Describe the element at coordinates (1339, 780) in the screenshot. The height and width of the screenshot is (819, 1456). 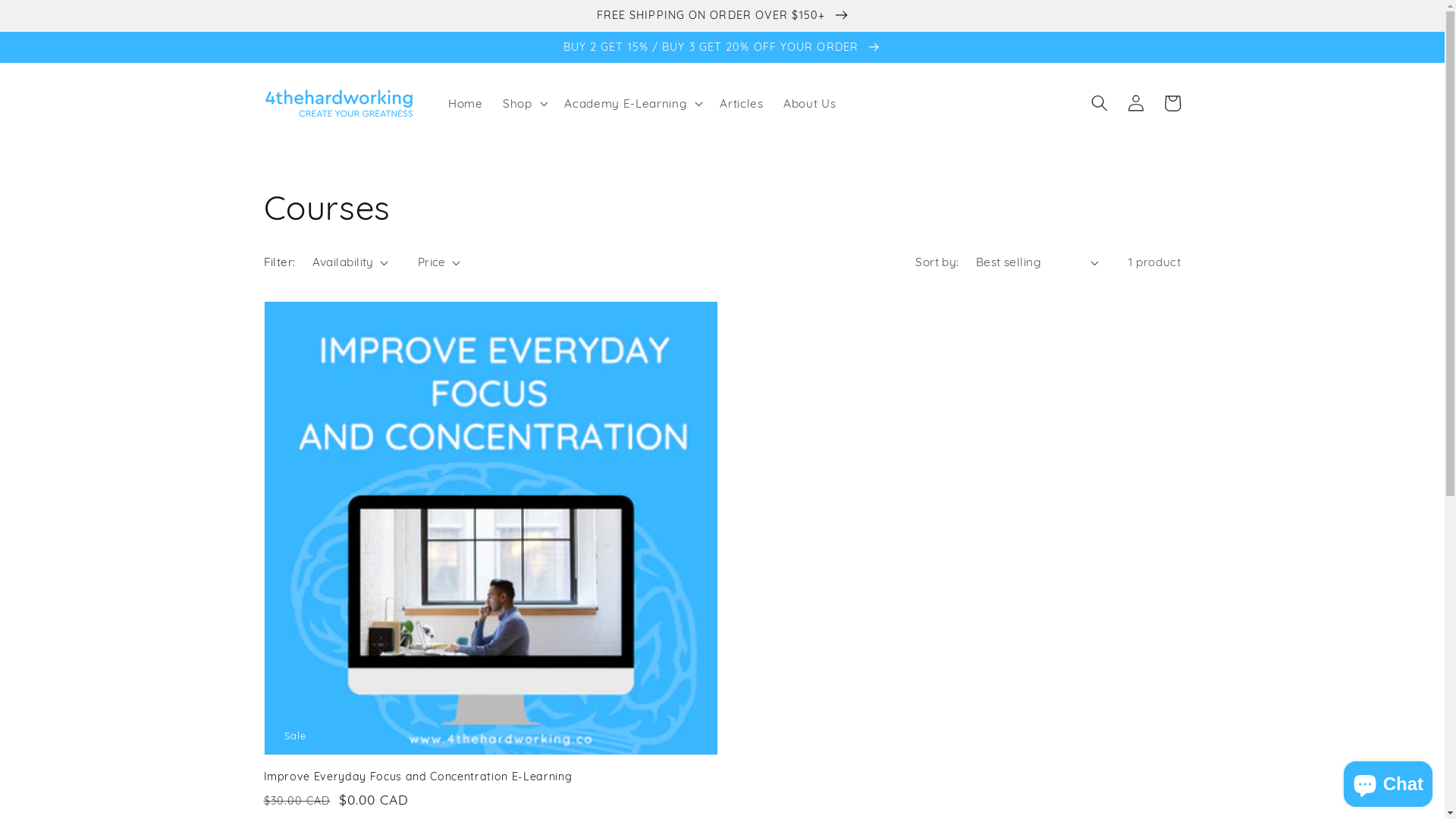
I see `'Shopify online store chat'` at that location.